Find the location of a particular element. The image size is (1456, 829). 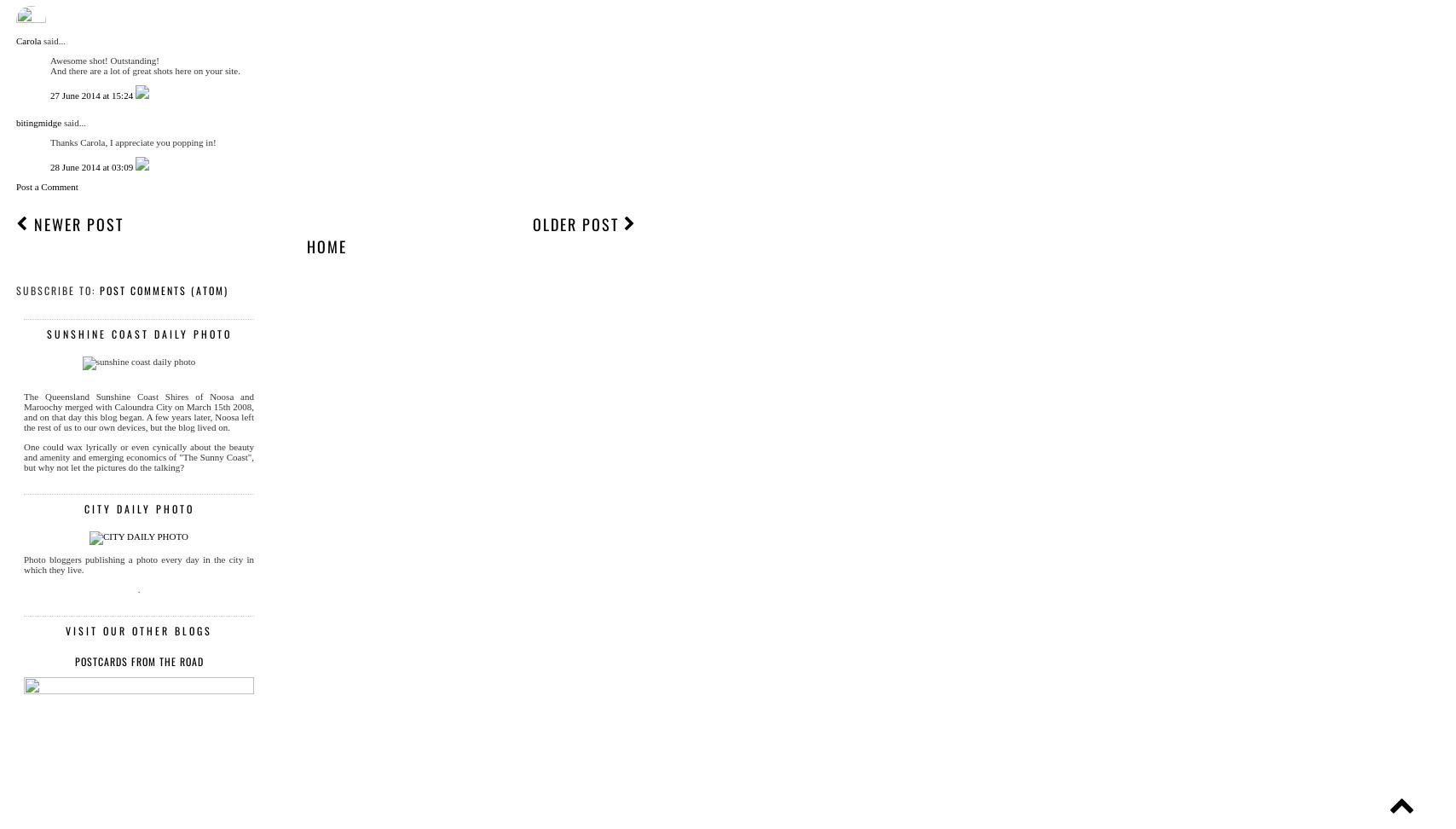

'bitingmidge' is located at coordinates (38, 122).